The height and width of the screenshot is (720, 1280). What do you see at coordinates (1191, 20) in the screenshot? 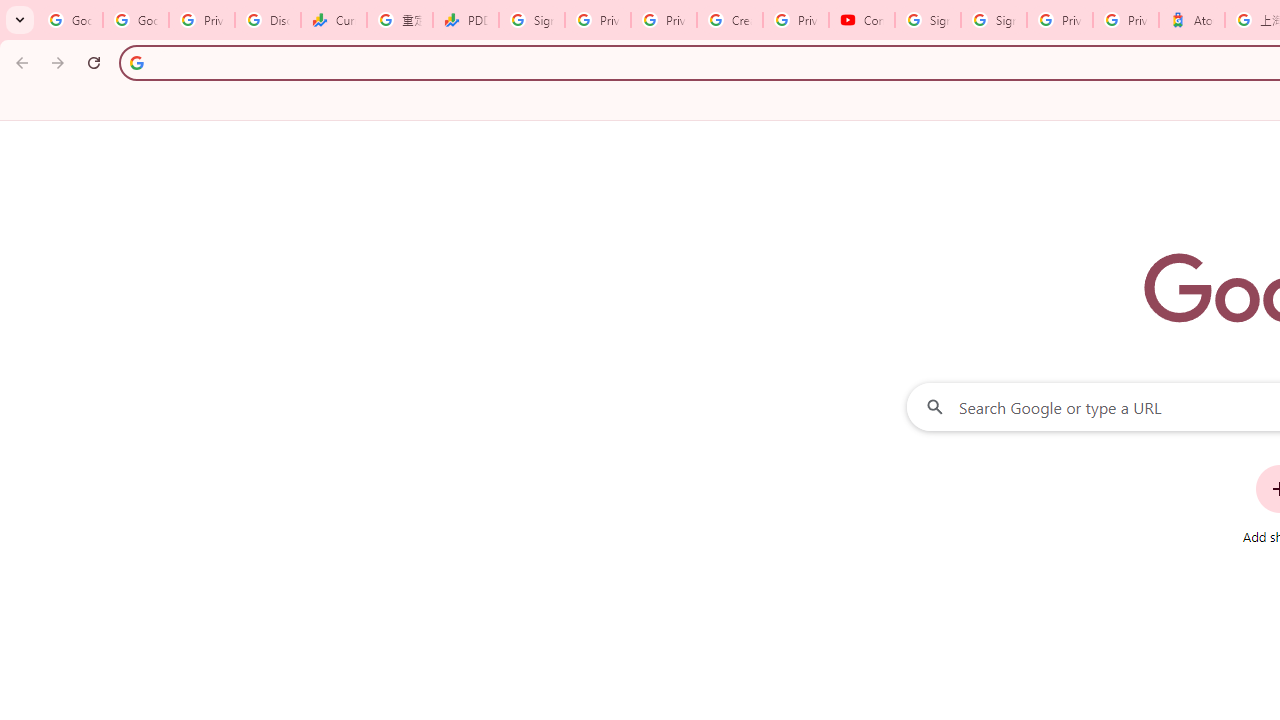
I see `'Atour Hotel - Google hotels'` at bounding box center [1191, 20].